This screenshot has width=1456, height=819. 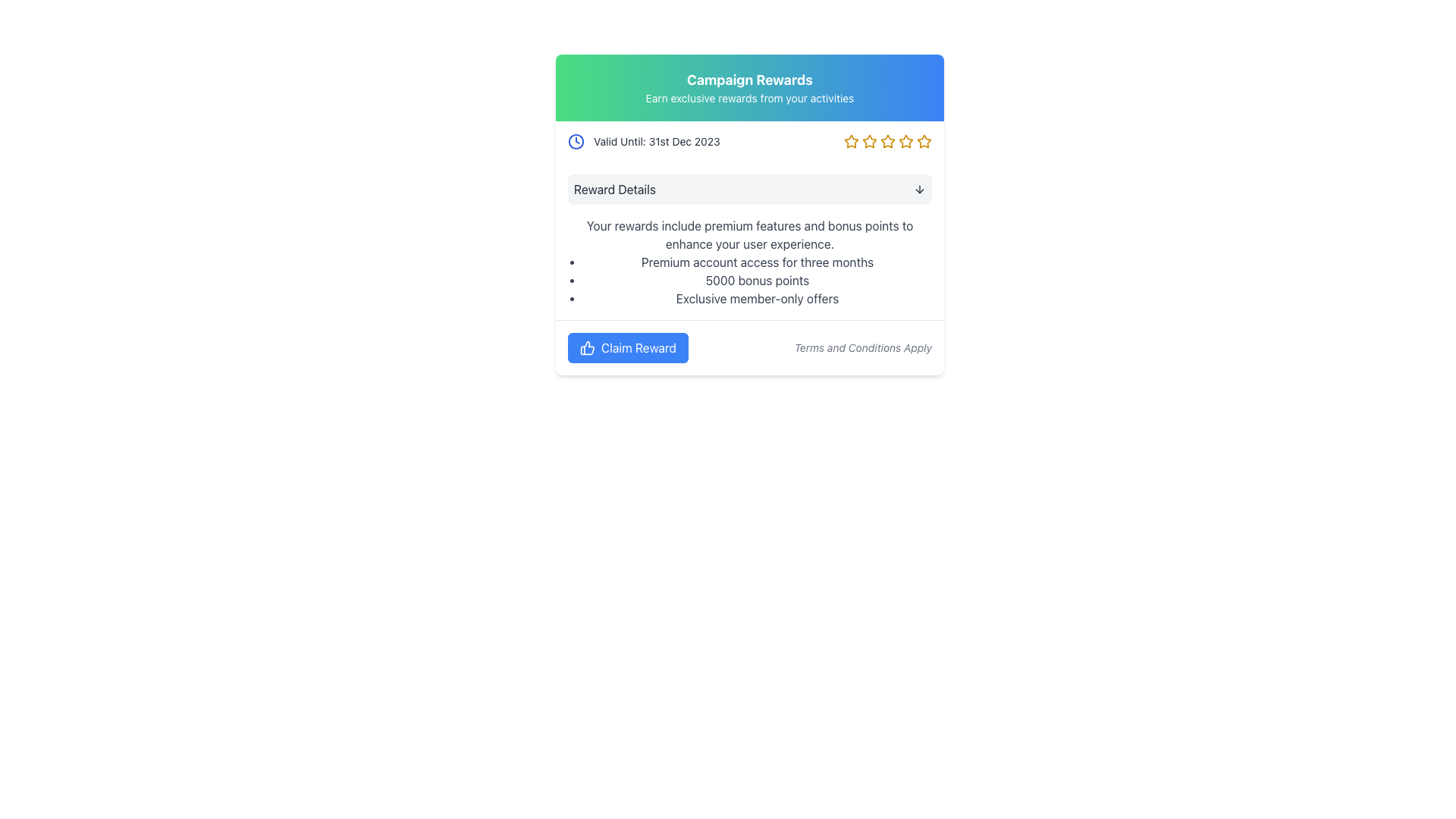 I want to click on the blue outlined thumbs-up icon located in the bottom left corner of the 'Campaign Rewards' section to interact with the 'Claim Reward' button, so click(x=586, y=348).